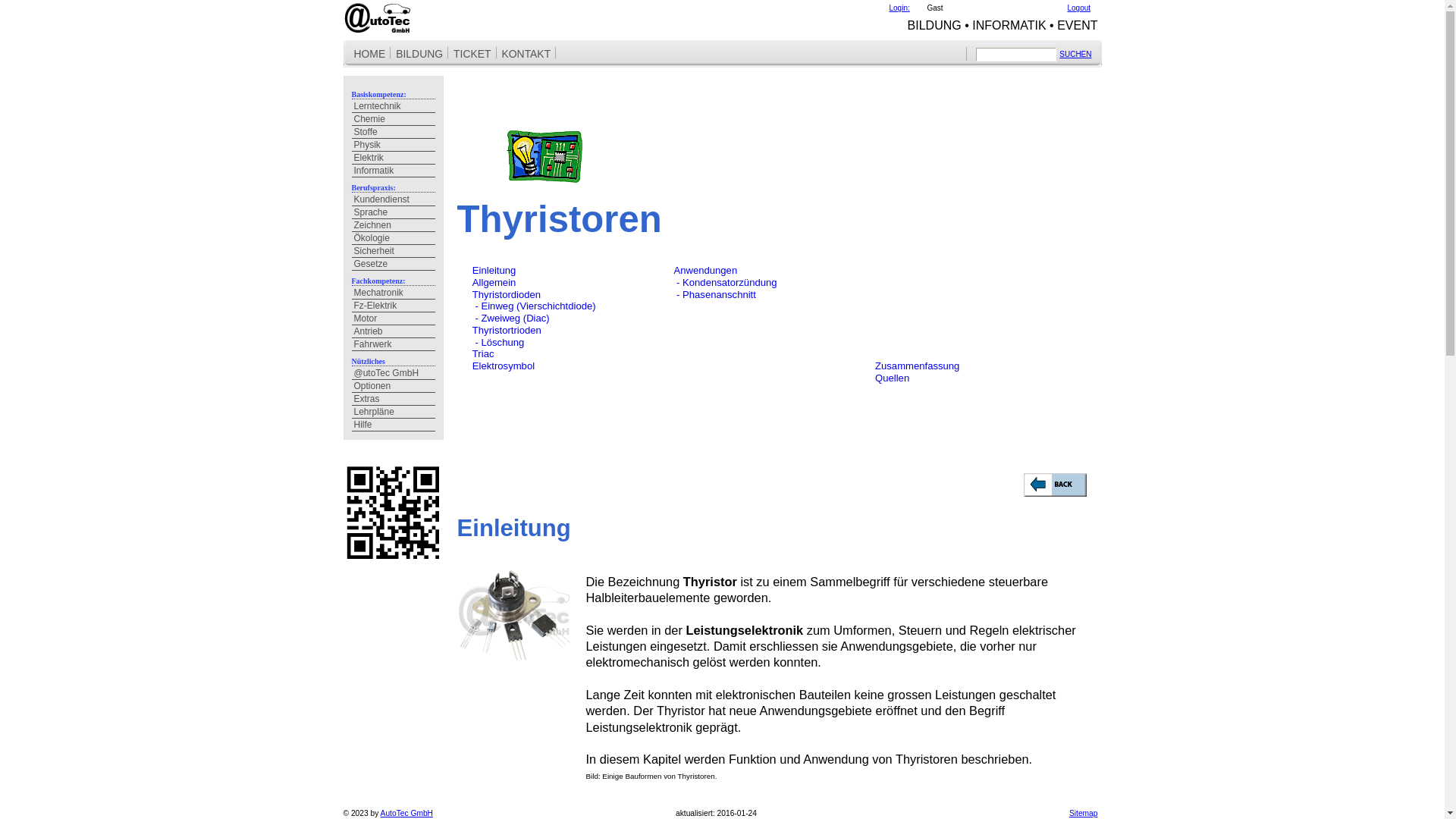  I want to click on 'BILDUNG', so click(419, 52).